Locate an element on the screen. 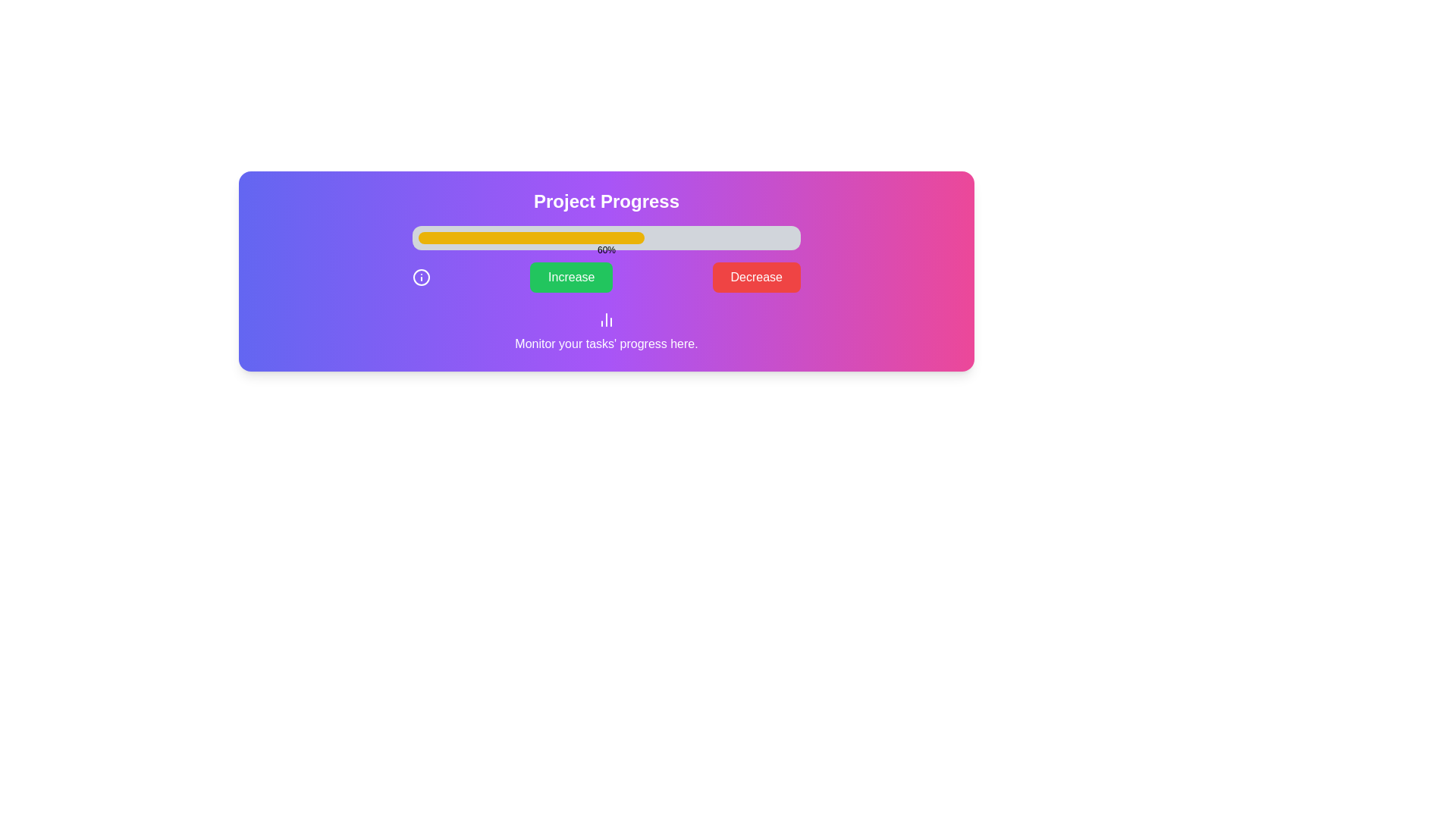  the progress bar indicating 60% completion, which is visually represented with a yellow fill against a gray background, located below the 'Project Progress' heading is located at coordinates (607, 237).